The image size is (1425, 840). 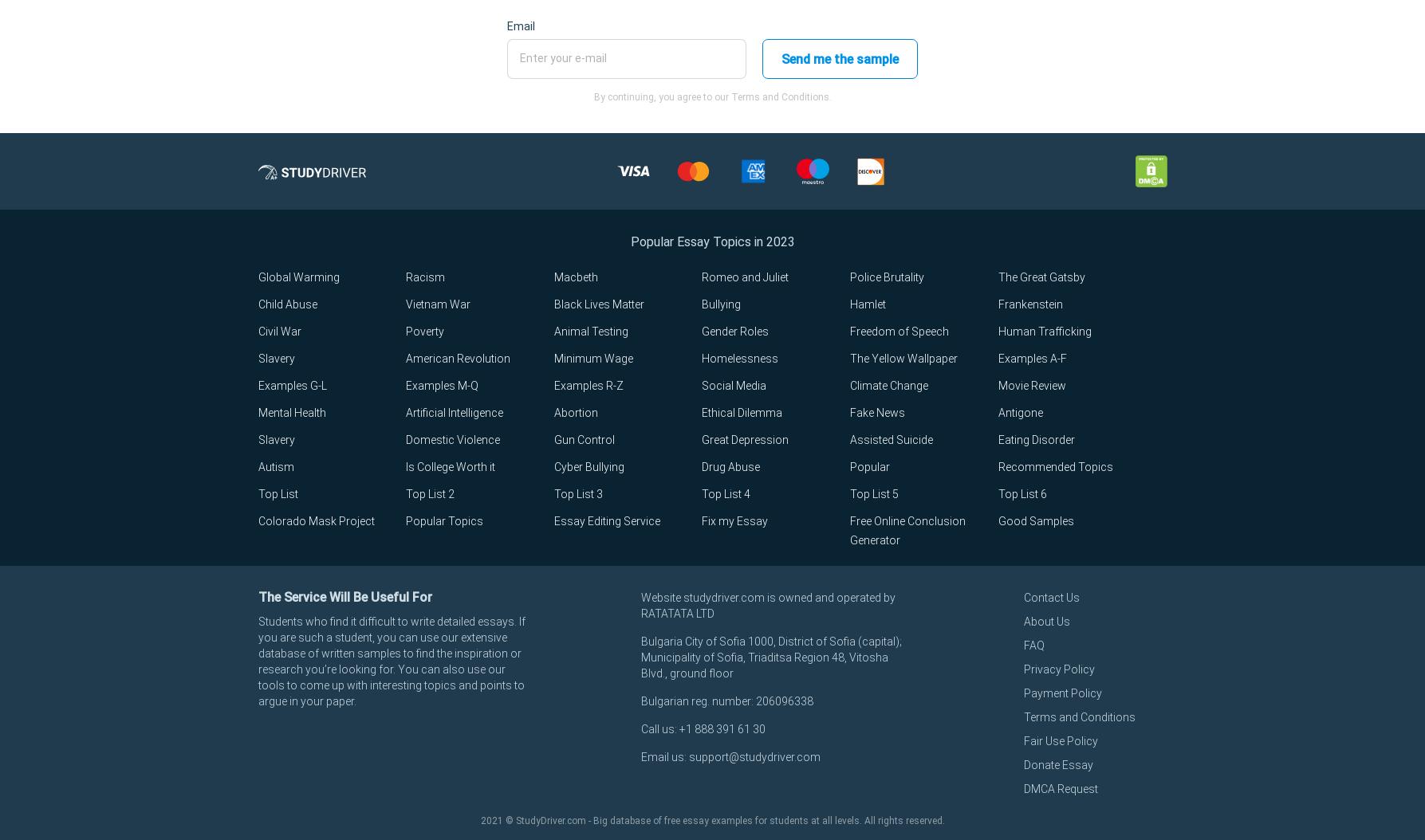 What do you see at coordinates (729, 756) in the screenshot?
I see `'Email us: support@studydriver.com'` at bounding box center [729, 756].